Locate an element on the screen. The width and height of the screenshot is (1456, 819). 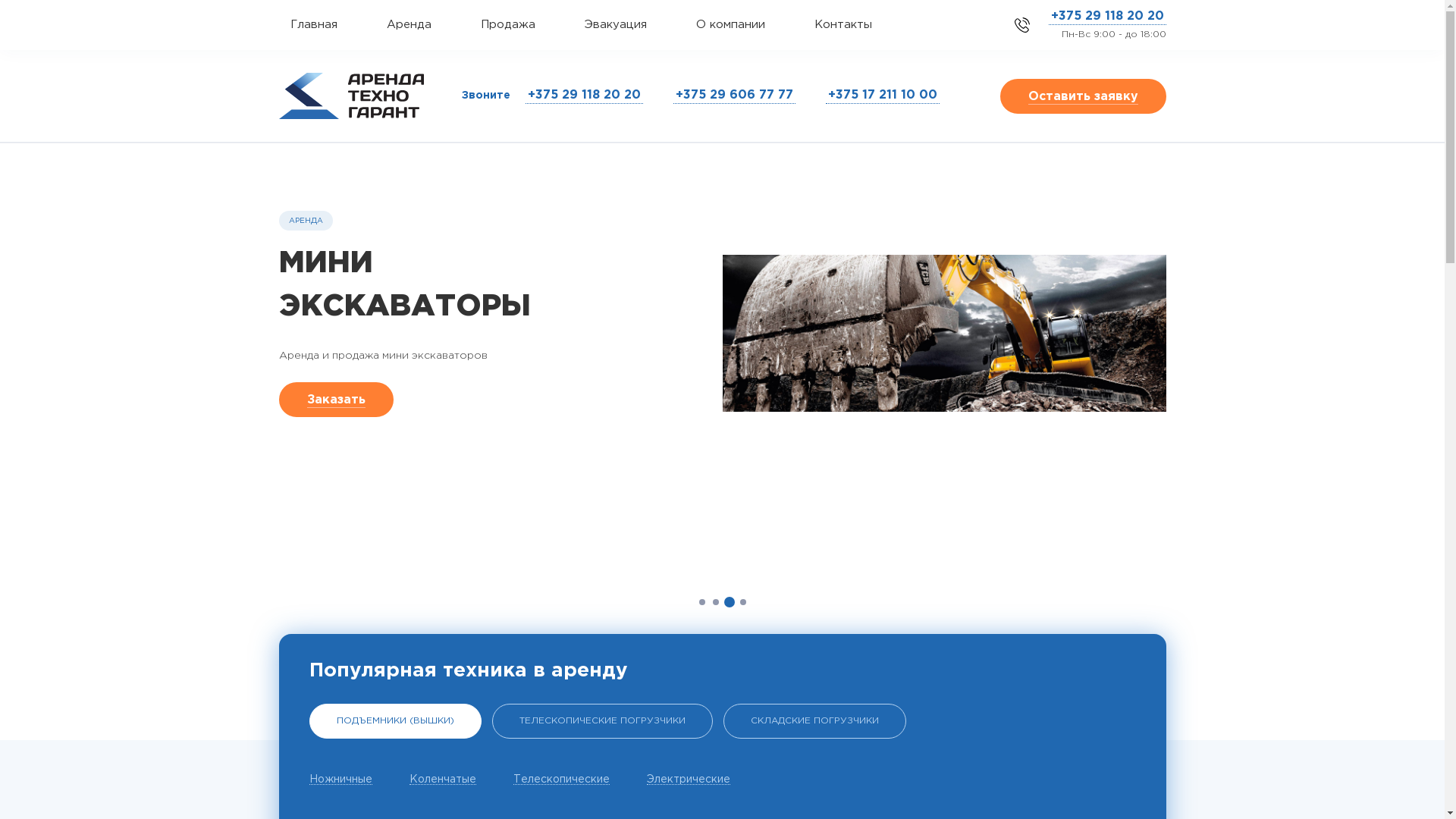
'3' is located at coordinates (729, 601).